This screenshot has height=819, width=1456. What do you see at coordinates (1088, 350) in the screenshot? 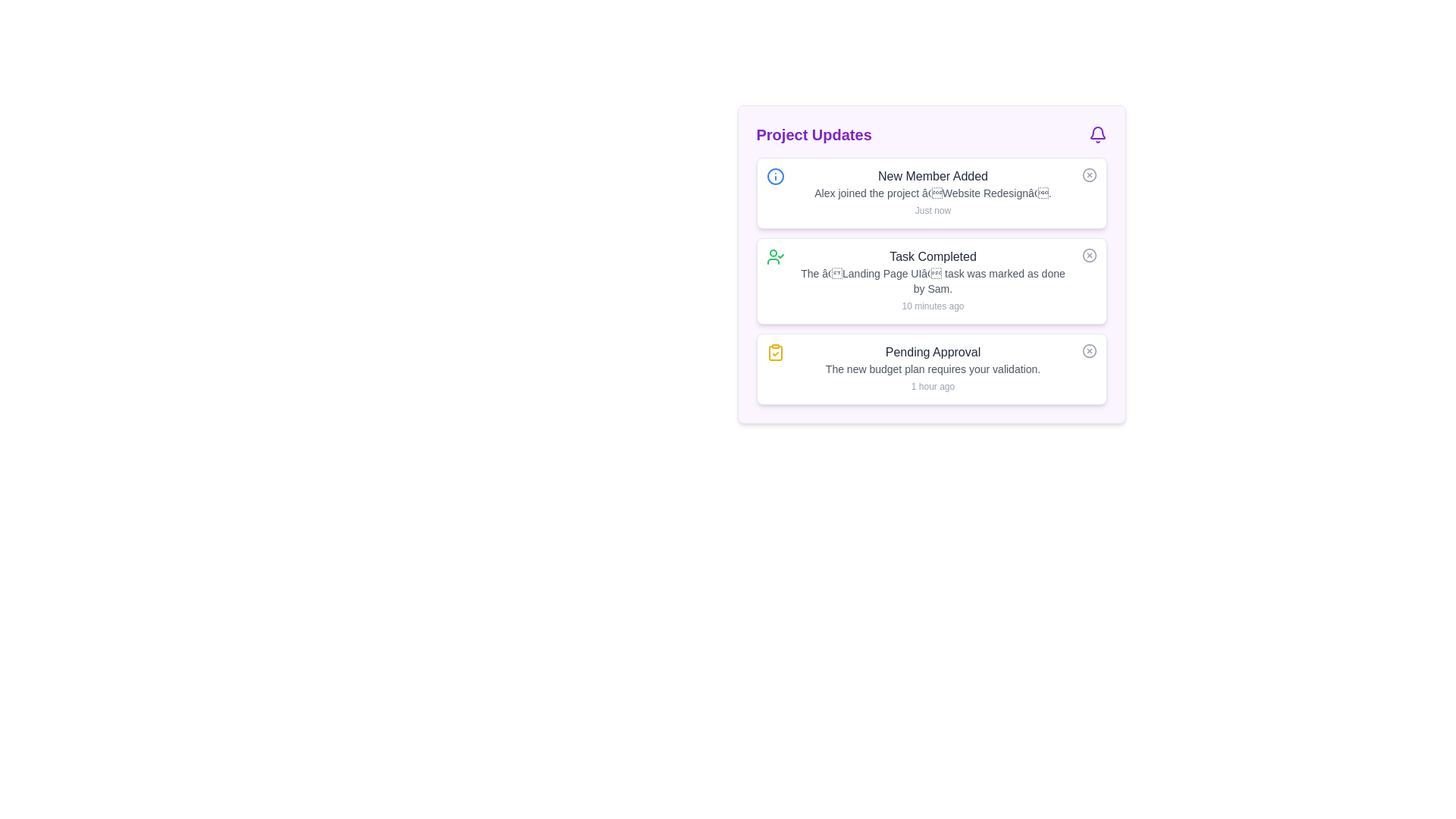
I see `the circular status indicator icon located at the right-hand side of the 'Pending Approval' section in the 'Project Updates' panel for graphical purposes` at bounding box center [1088, 350].